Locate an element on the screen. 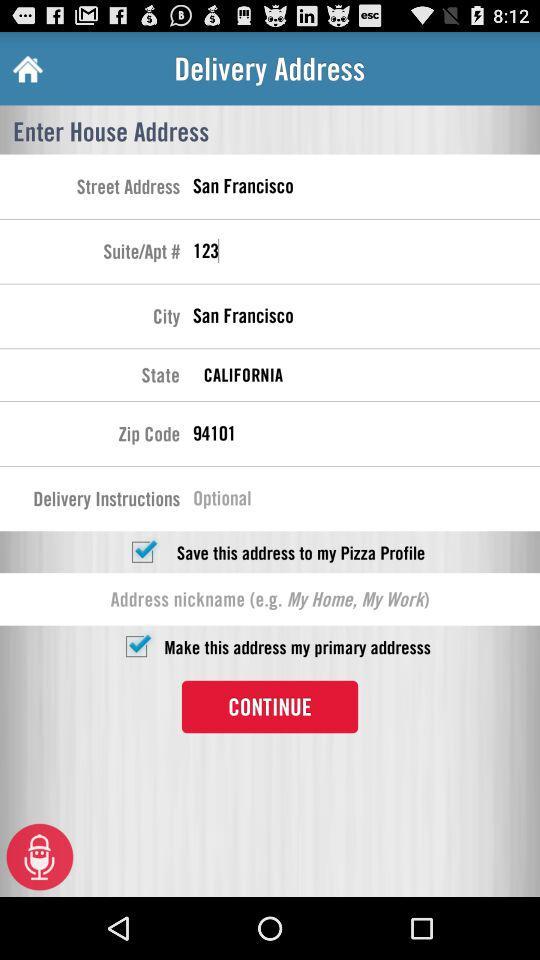 The image size is (540, 960). box shows address is located at coordinates (270, 599).